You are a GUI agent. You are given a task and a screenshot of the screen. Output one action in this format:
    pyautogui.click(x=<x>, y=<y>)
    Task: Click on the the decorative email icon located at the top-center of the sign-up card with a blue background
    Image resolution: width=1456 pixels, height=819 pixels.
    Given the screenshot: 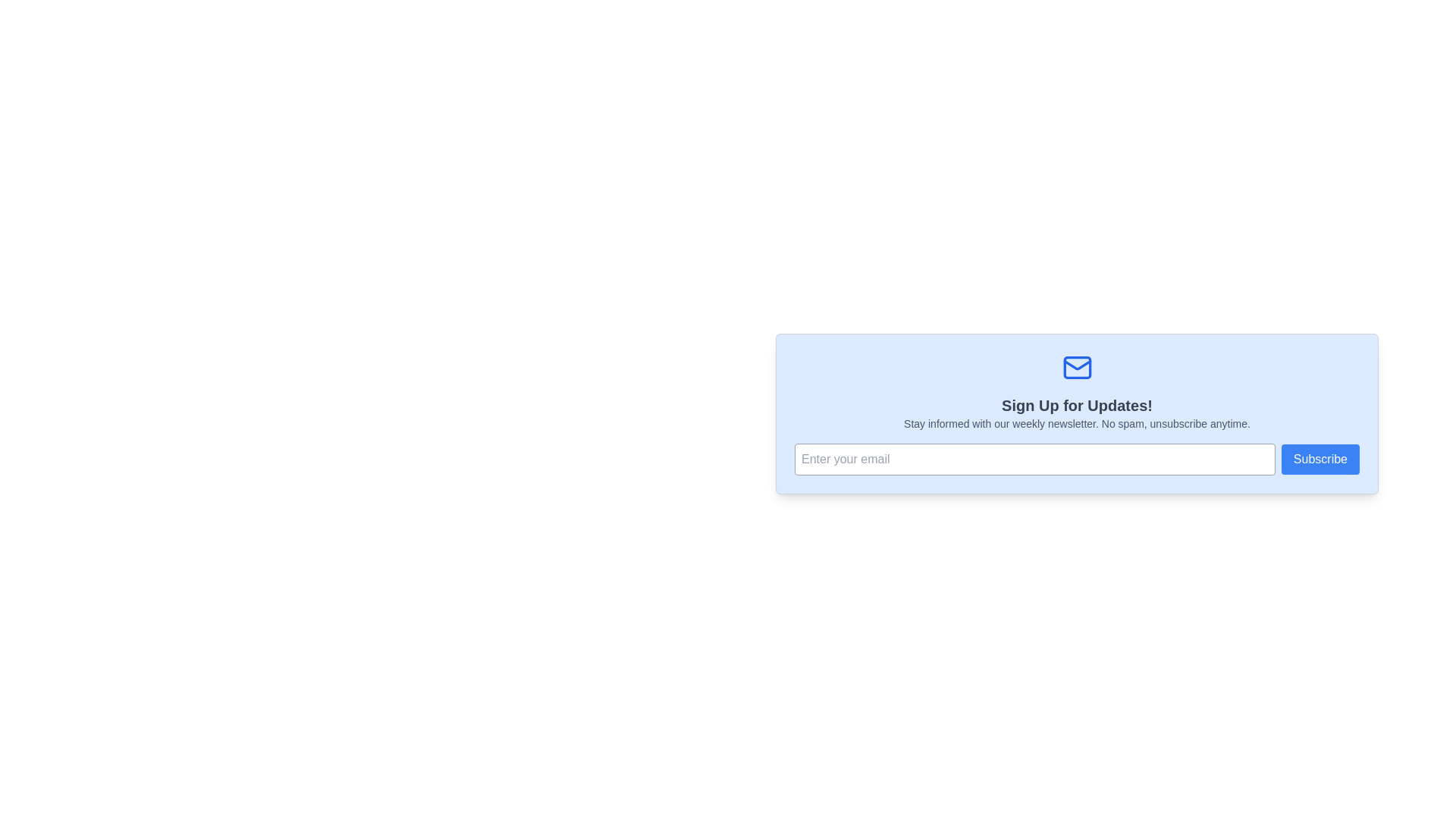 What is the action you would take?
    pyautogui.click(x=1076, y=368)
    